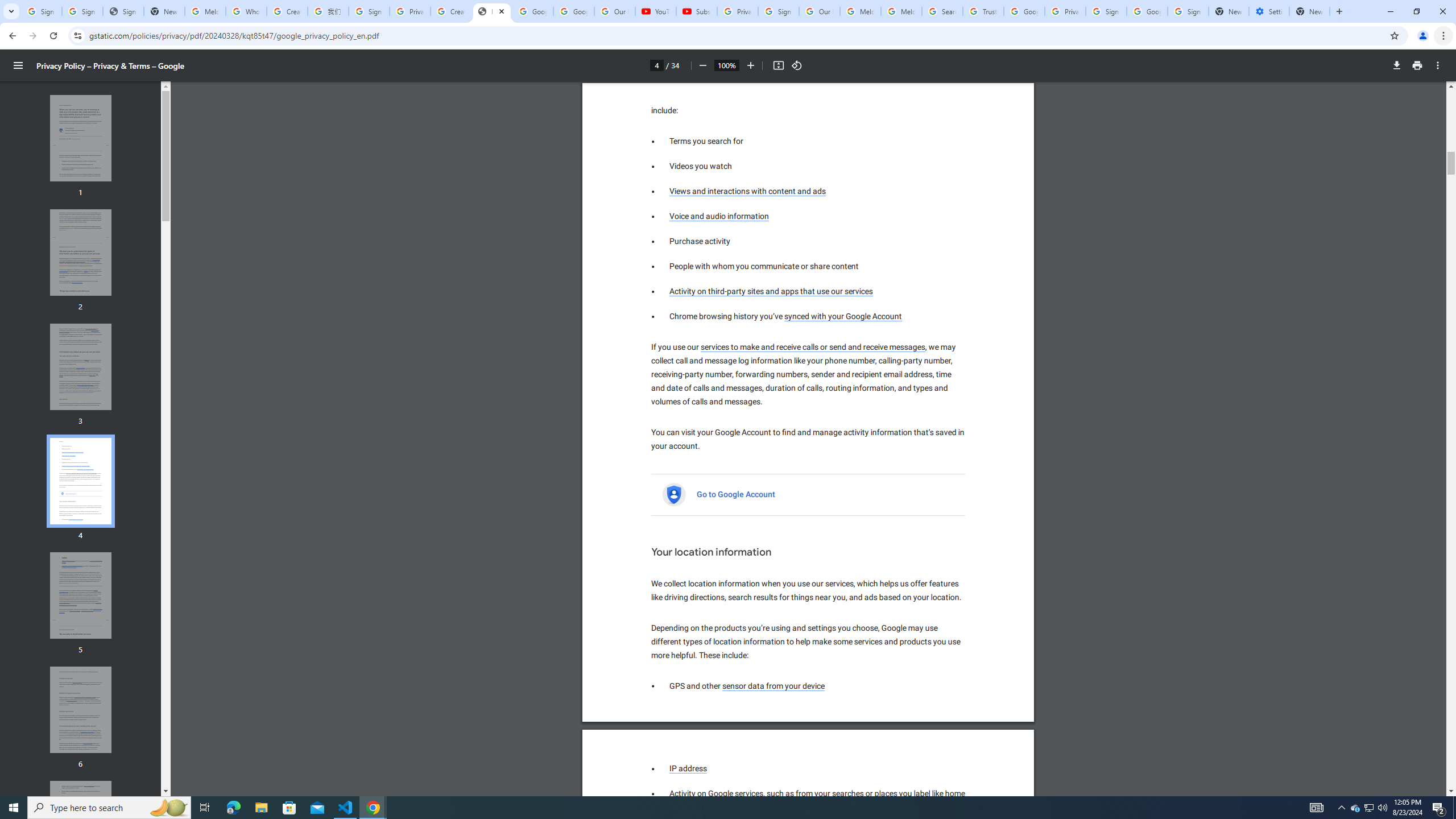 The width and height of the screenshot is (1456, 819). Describe the element at coordinates (1146, 11) in the screenshot. I see `'Google Cybersecurity Innovations - Google Safety Center'` at that location.